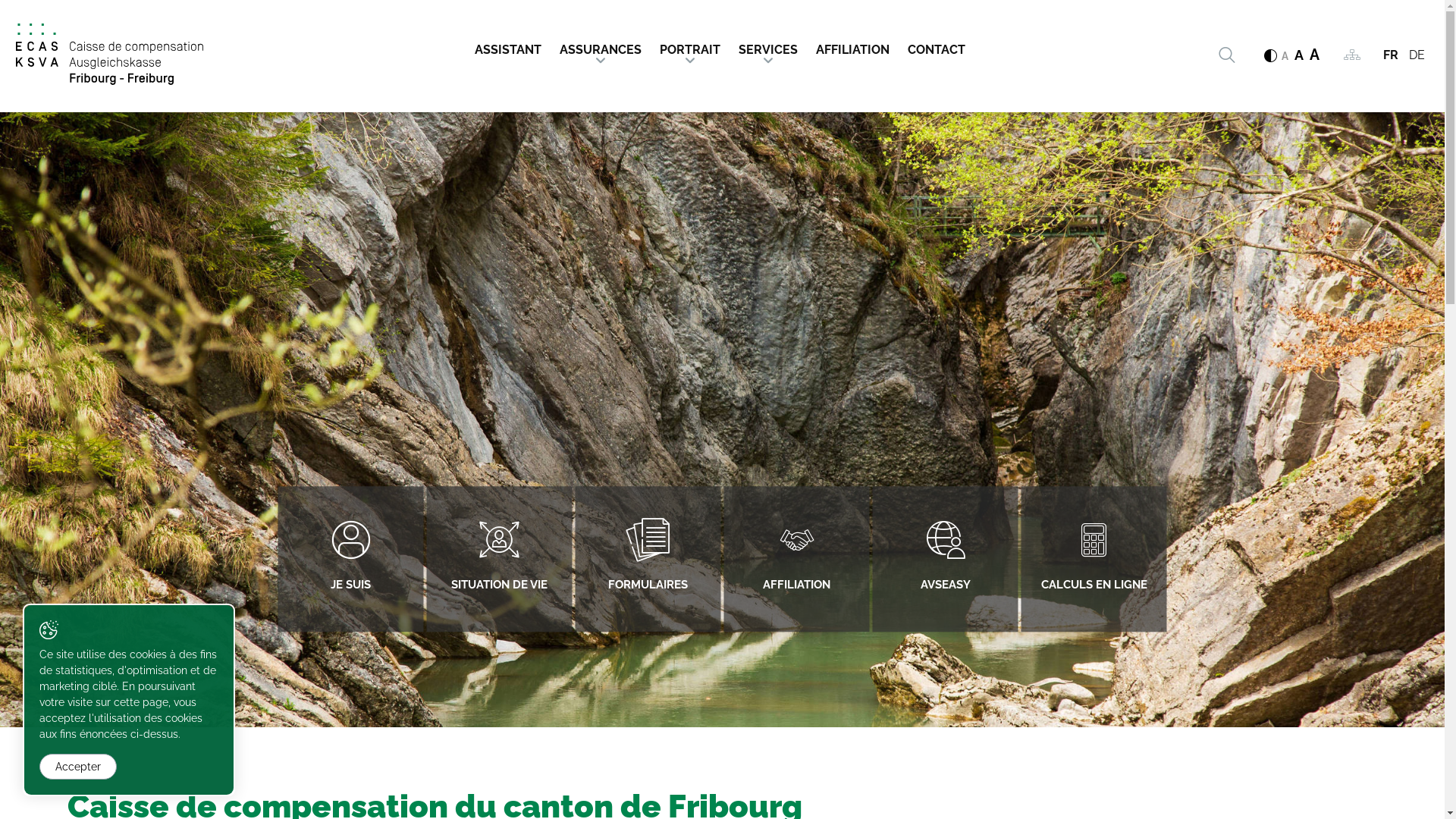 This screenshot has width=1456, height=819. Describe the element at coordinates (600, 44) in the screenshot. I see `'ASSURANCES'` at that location.